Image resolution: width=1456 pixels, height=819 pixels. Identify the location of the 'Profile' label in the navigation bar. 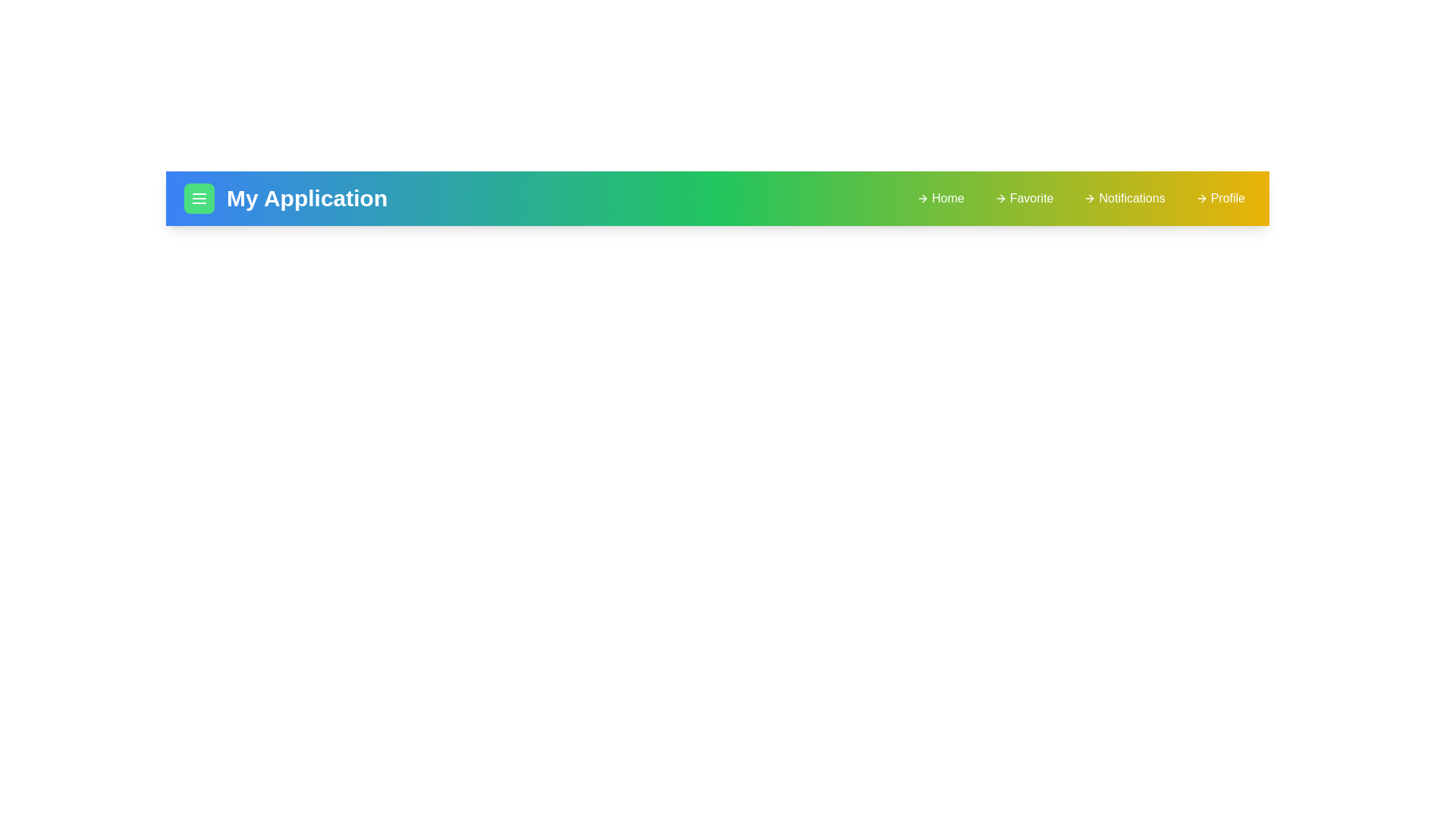
(1219, 198).